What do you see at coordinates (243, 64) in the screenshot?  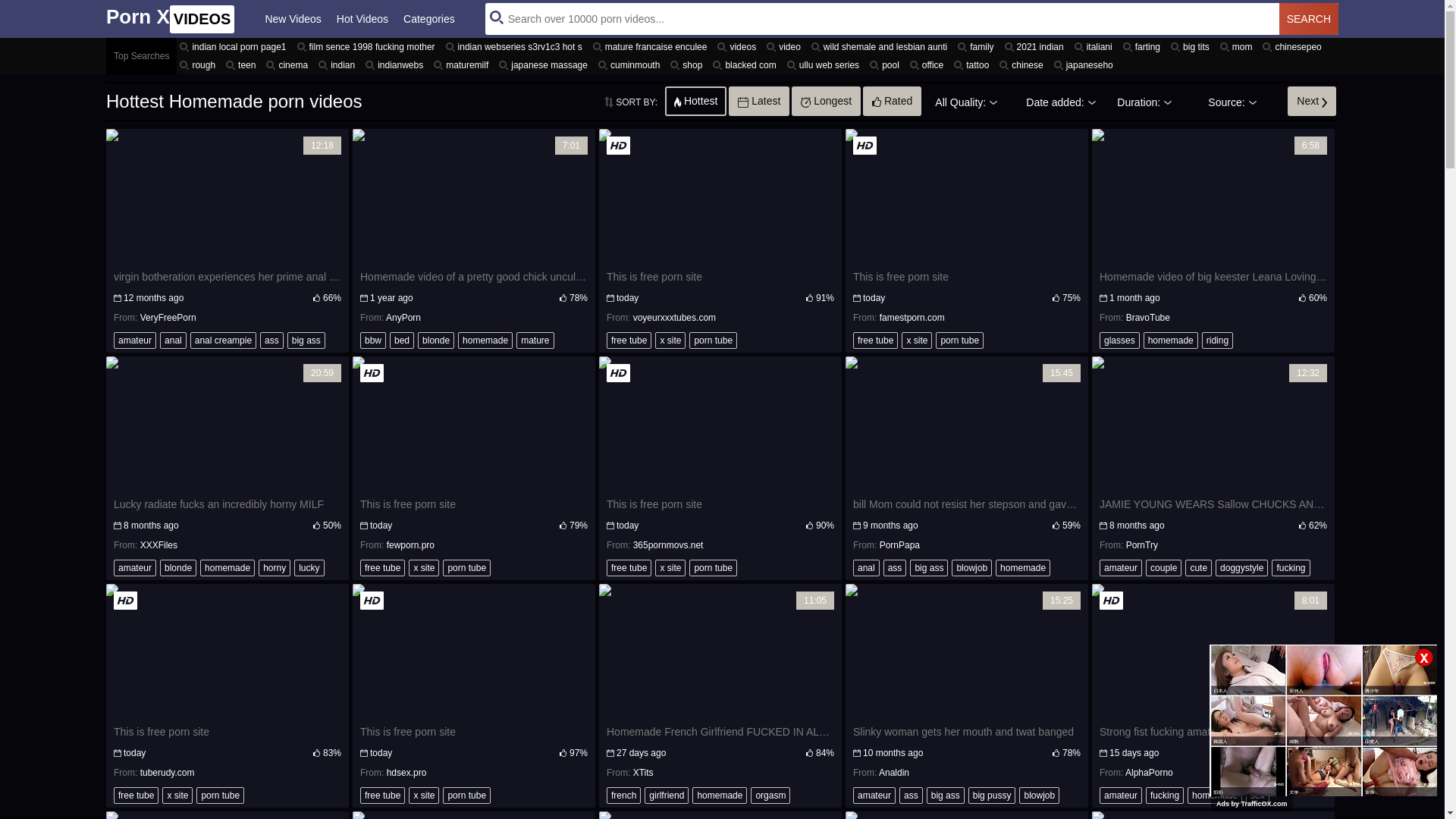 I see `'teen'` at bounding box center [243, 64].